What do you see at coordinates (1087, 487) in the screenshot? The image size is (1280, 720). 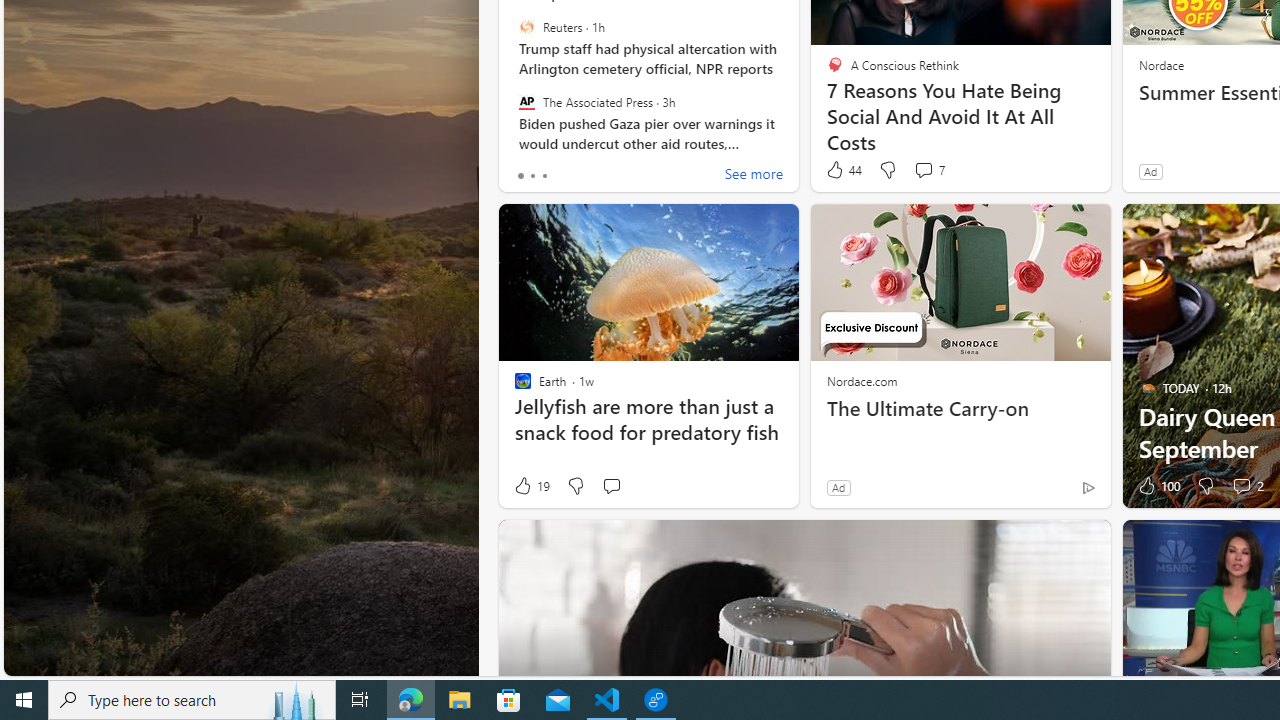 I see `'Ad Choice'` at bounding box center [1087, 487].